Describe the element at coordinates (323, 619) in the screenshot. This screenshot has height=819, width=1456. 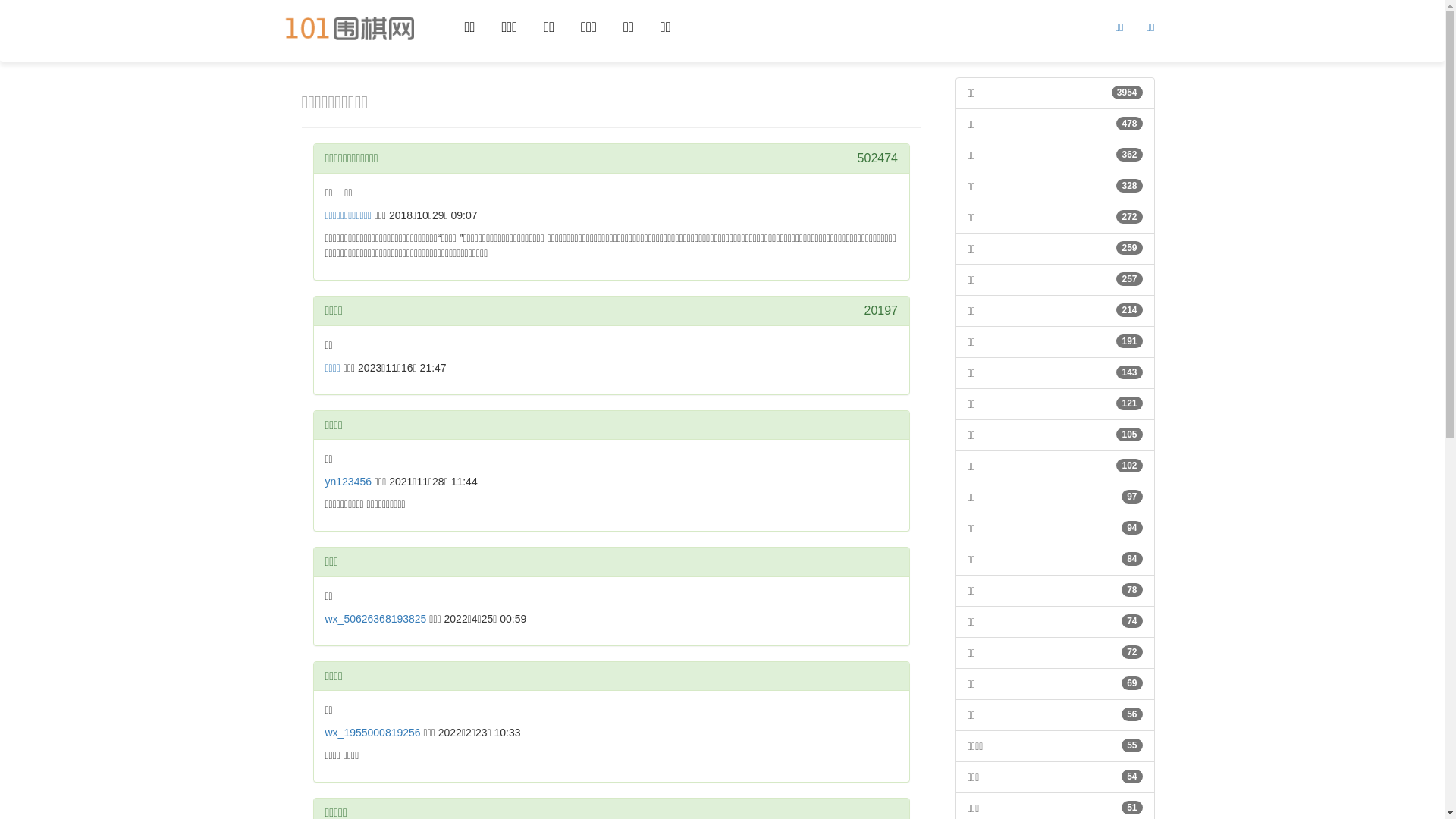
I see `'wx_50626368193825'` at that location.